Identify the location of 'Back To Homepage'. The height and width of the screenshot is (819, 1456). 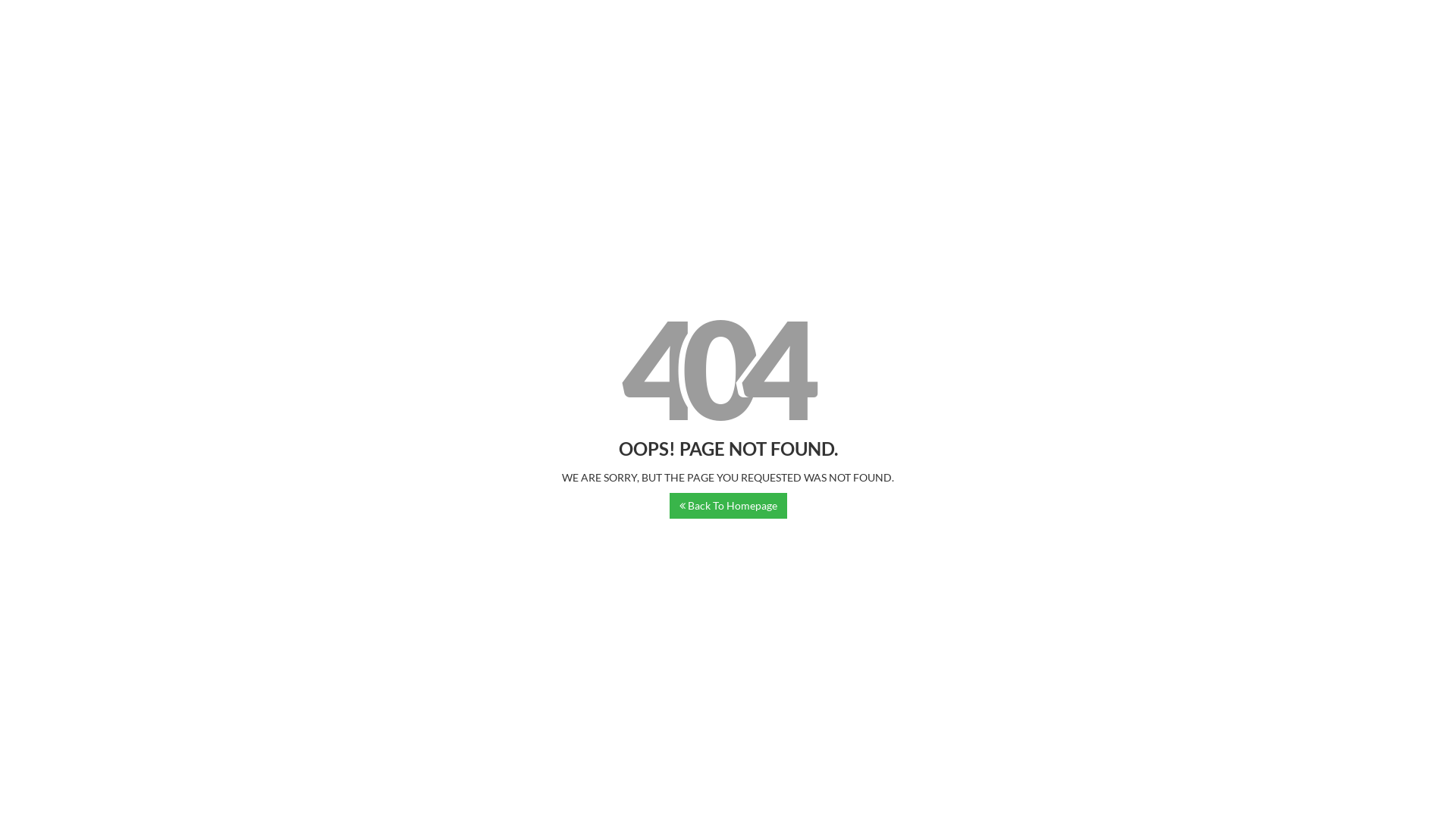
(669, 506).